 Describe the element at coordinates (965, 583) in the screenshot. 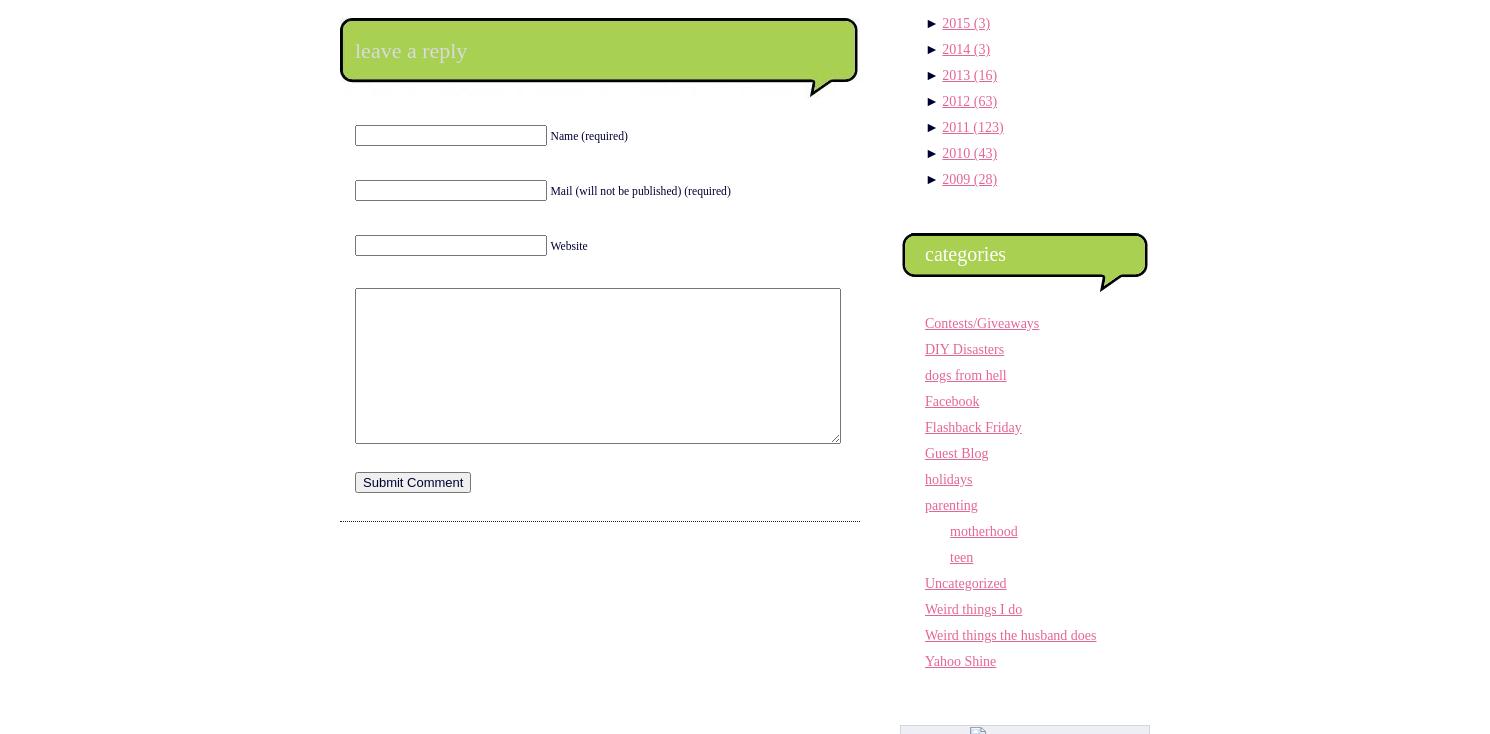

I see `'Uncategorized'` at that location.